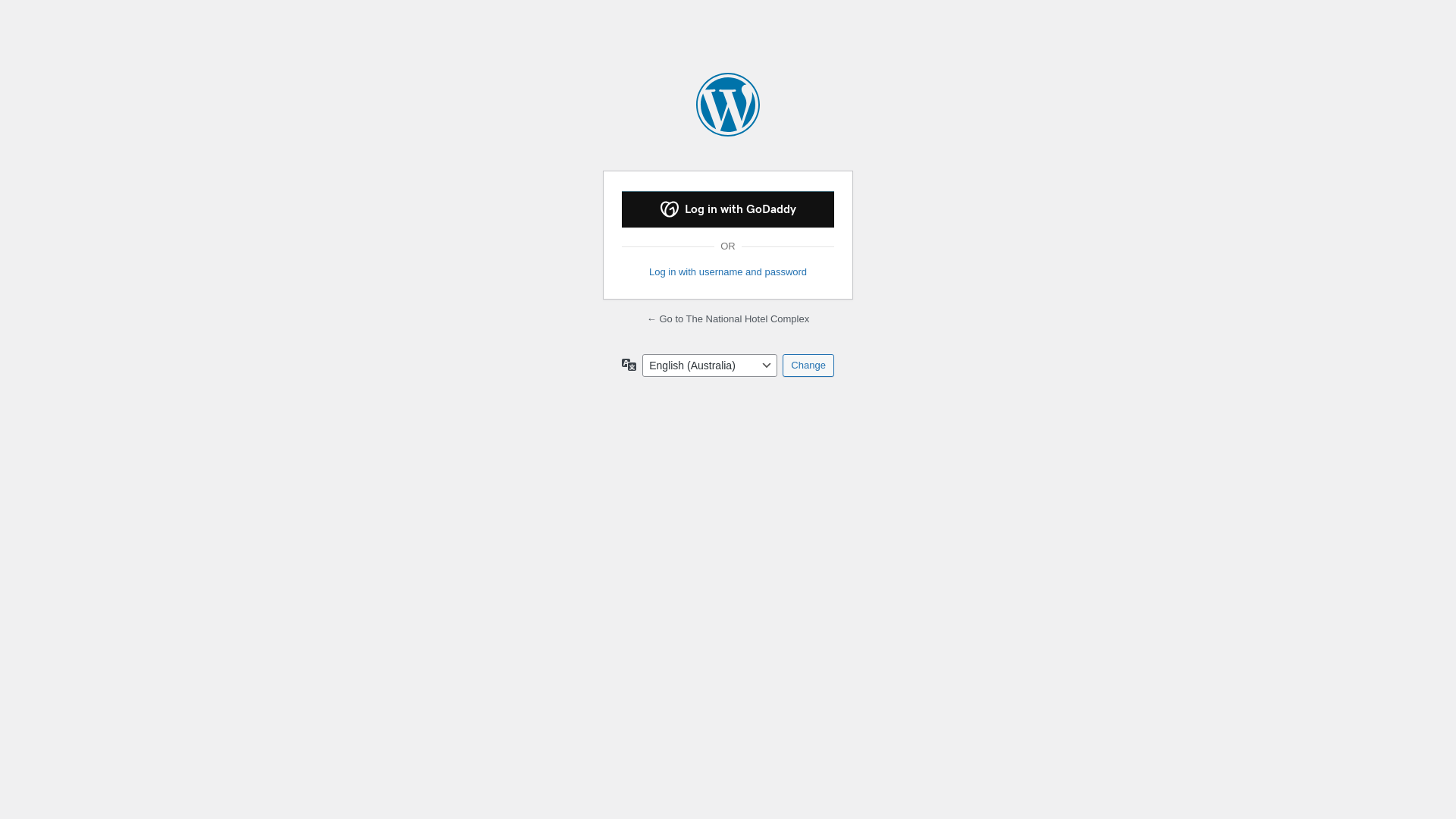  Describe the element at coordinates (622, 209) in the screenshot. I see `'Log in with GoDaddy'` at that location.